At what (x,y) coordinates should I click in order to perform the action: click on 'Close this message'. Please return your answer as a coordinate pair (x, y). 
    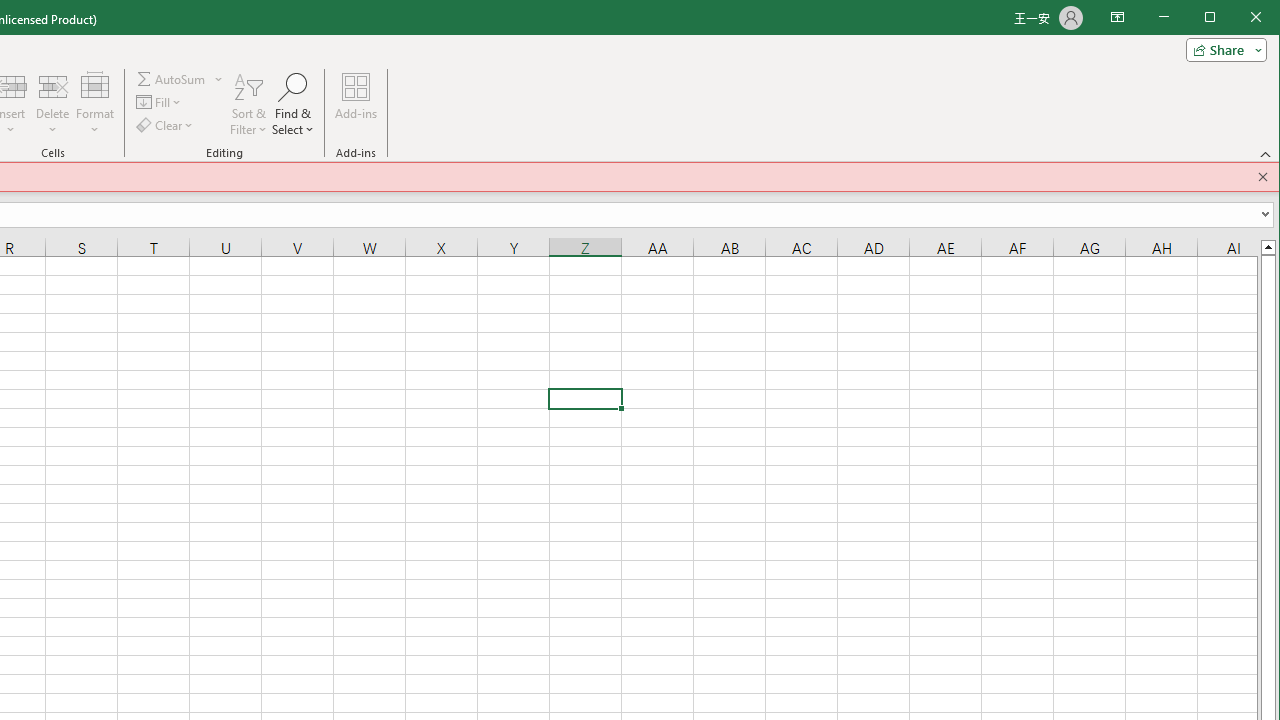
    Looking at the image, I should click on (1262, 175).